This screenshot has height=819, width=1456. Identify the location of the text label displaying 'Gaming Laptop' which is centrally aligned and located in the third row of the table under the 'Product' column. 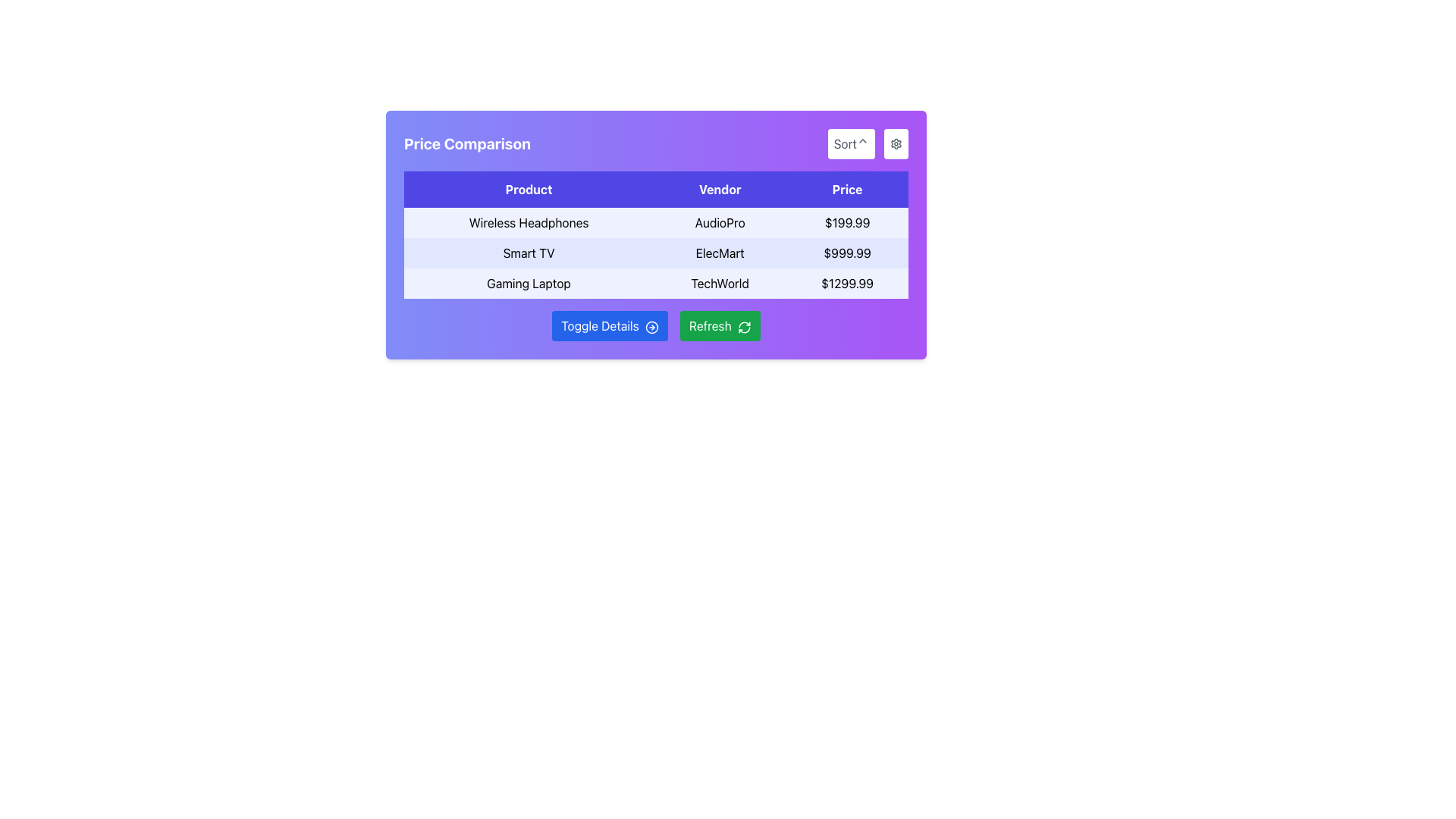
(529, 284).